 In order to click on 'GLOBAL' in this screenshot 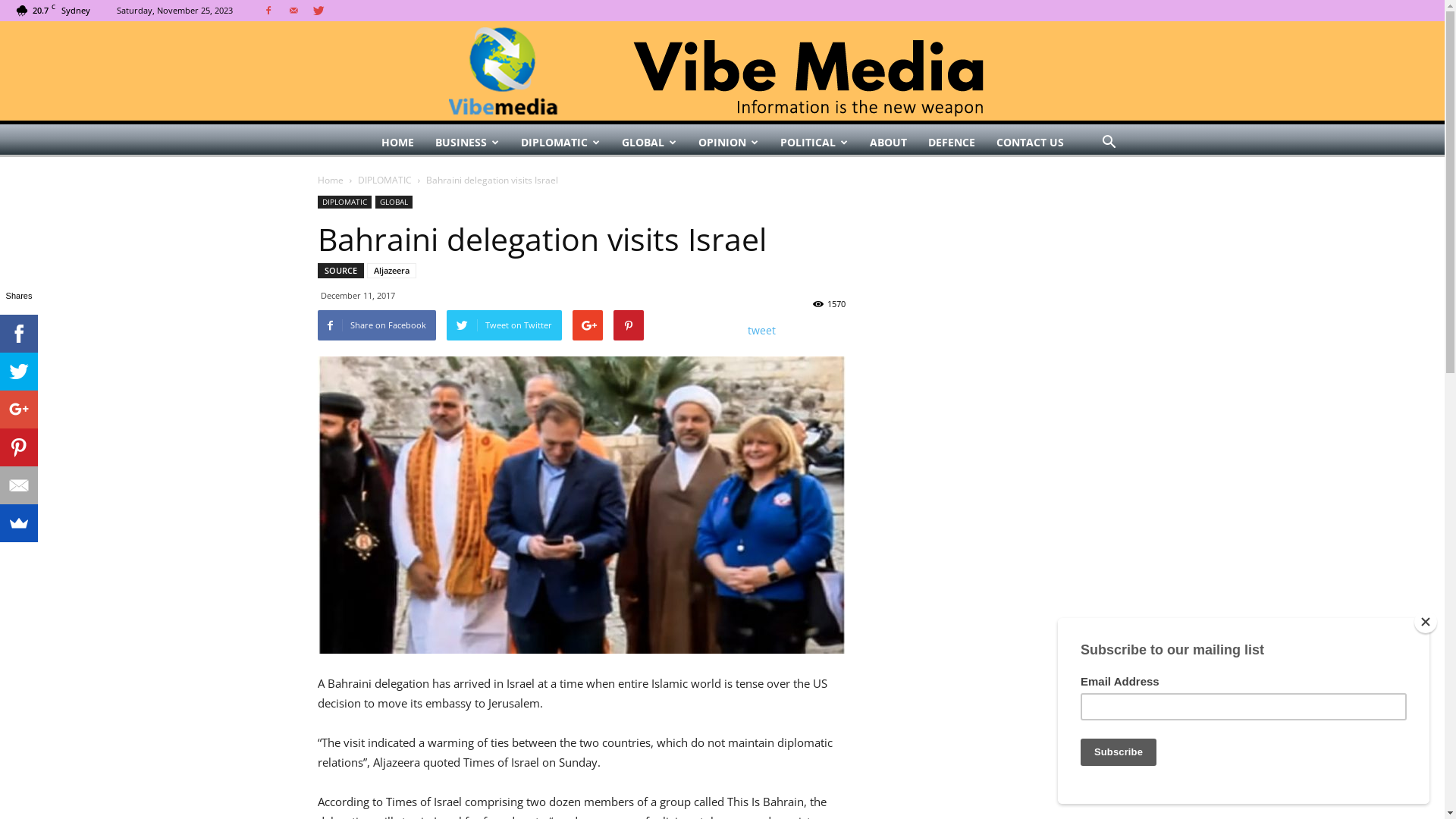, I will do `click(611, 143)`.